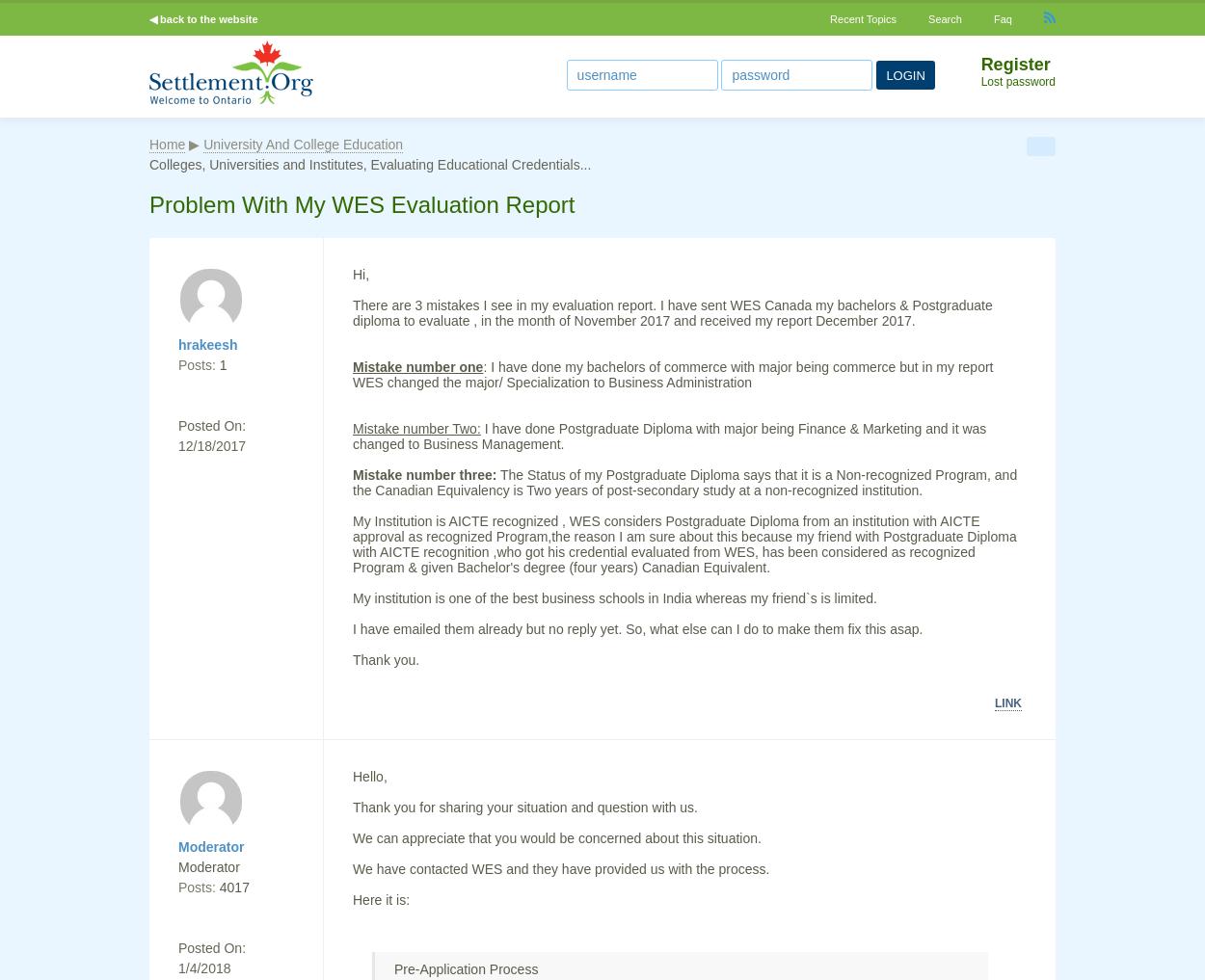 The height and width of the screenshot is (980, 1205). I want to click on 'Pre-Application Process', so click(465, 969).